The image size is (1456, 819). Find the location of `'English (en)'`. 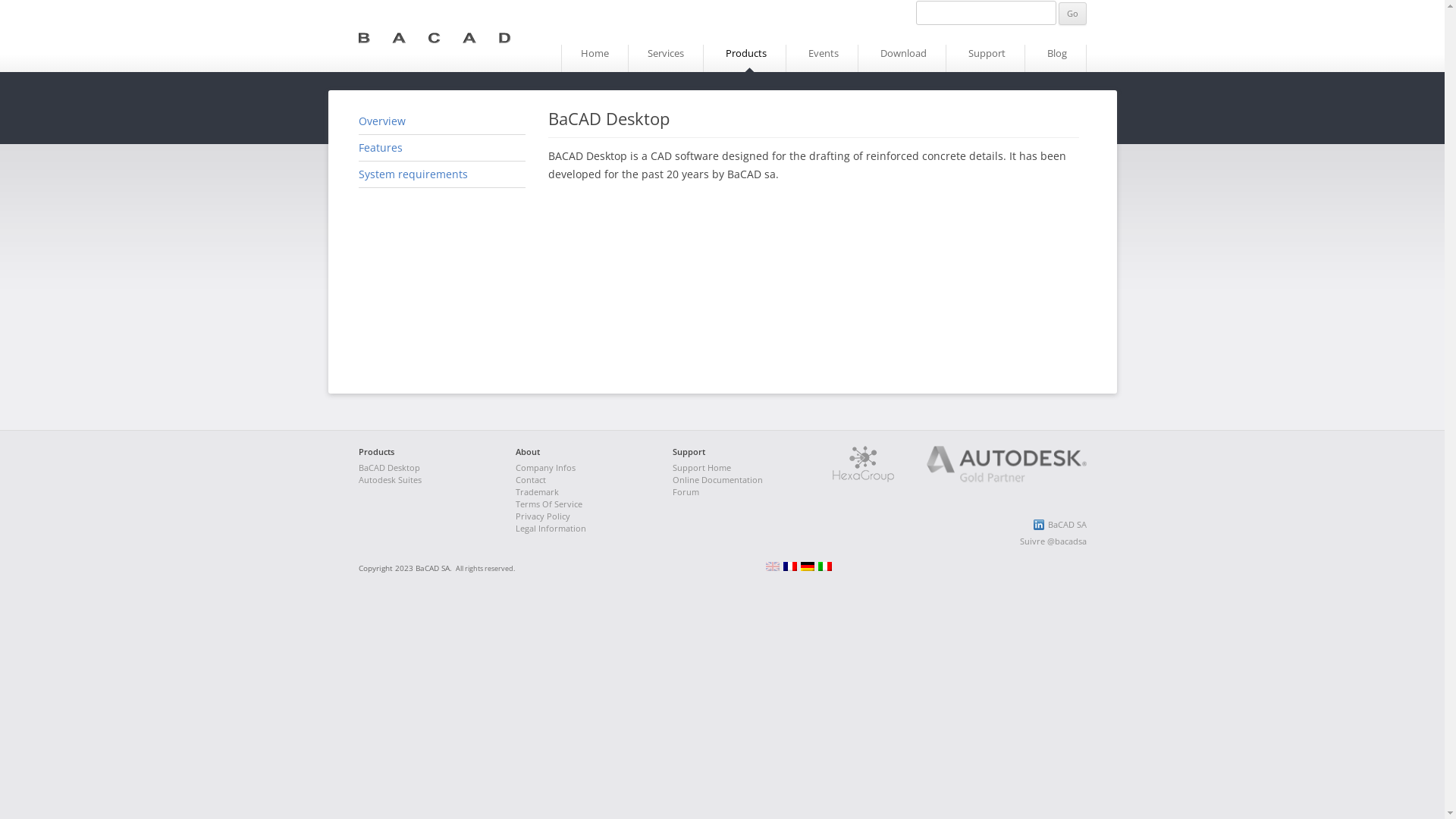

'English (en)' is located at coordinates (772, 567).